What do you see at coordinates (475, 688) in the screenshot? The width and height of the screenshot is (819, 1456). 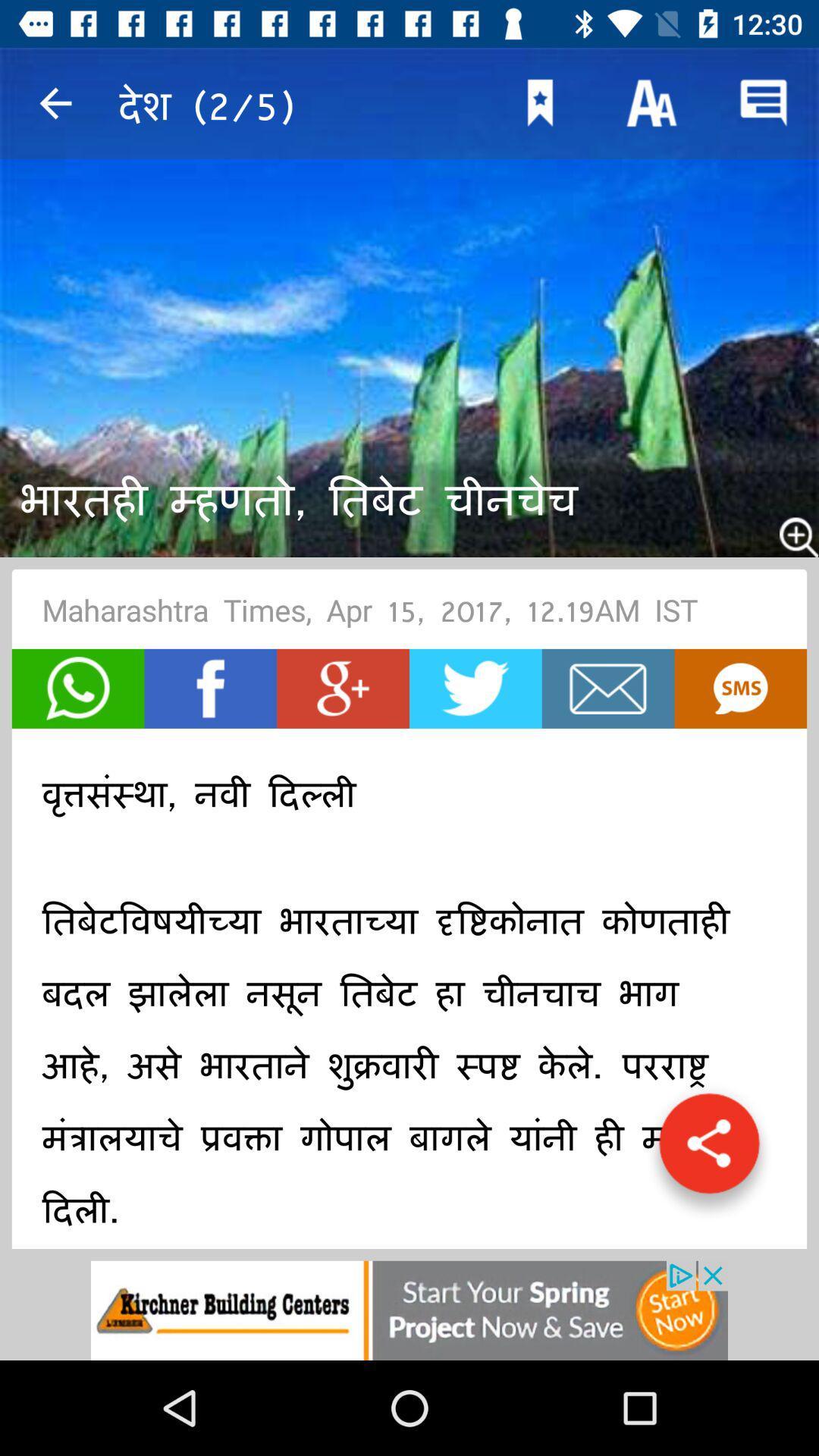 I see `open twitter page` at bounding box center [475, 688].